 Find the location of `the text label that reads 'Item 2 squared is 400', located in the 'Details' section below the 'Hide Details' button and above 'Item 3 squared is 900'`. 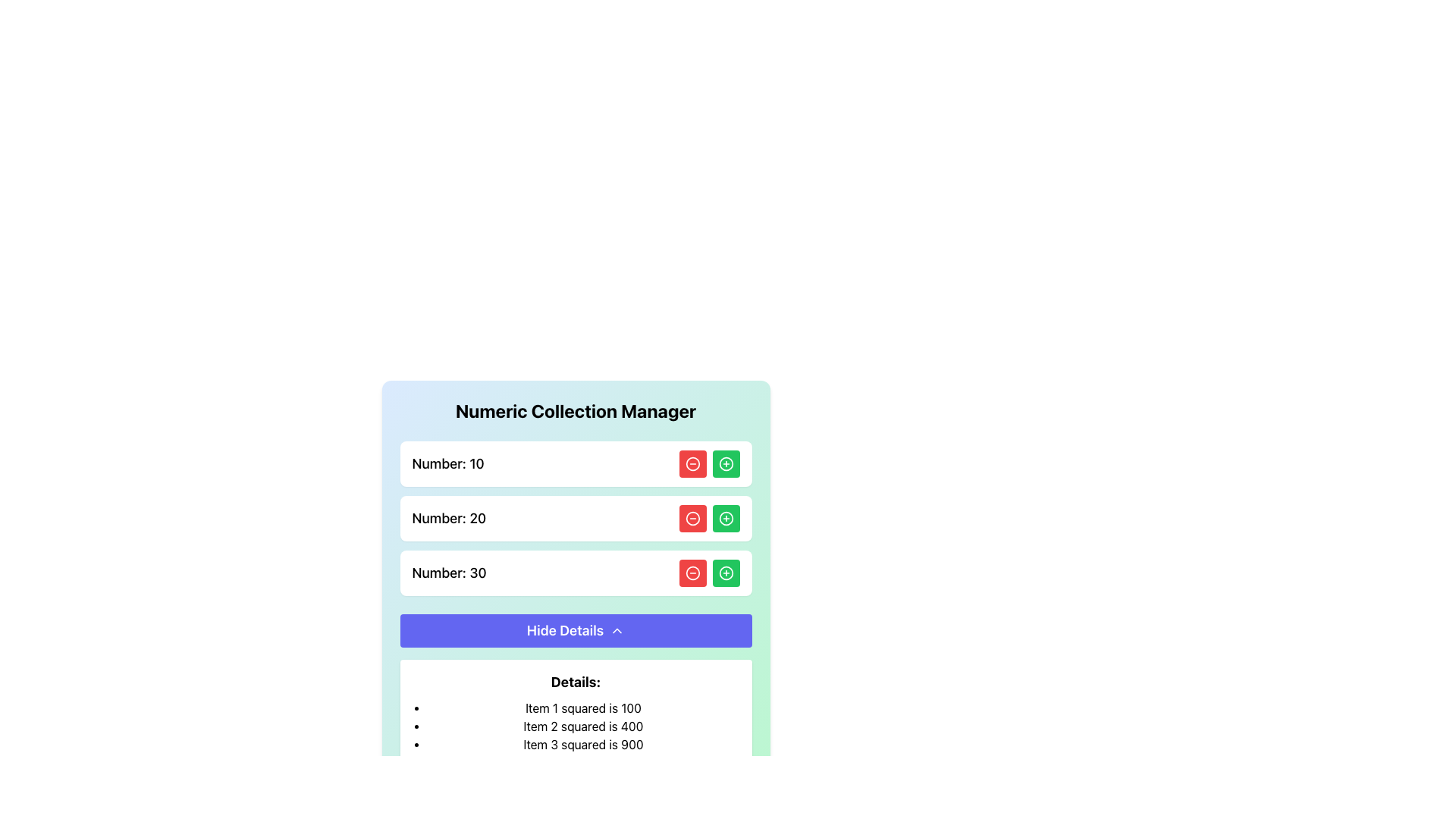

the text label that reads 'Item 2 squared is 400', located in the 'Details' section below the 'Hide Details' button and above 'Item 3 squared is 900' is located at coordinates (582, 725).